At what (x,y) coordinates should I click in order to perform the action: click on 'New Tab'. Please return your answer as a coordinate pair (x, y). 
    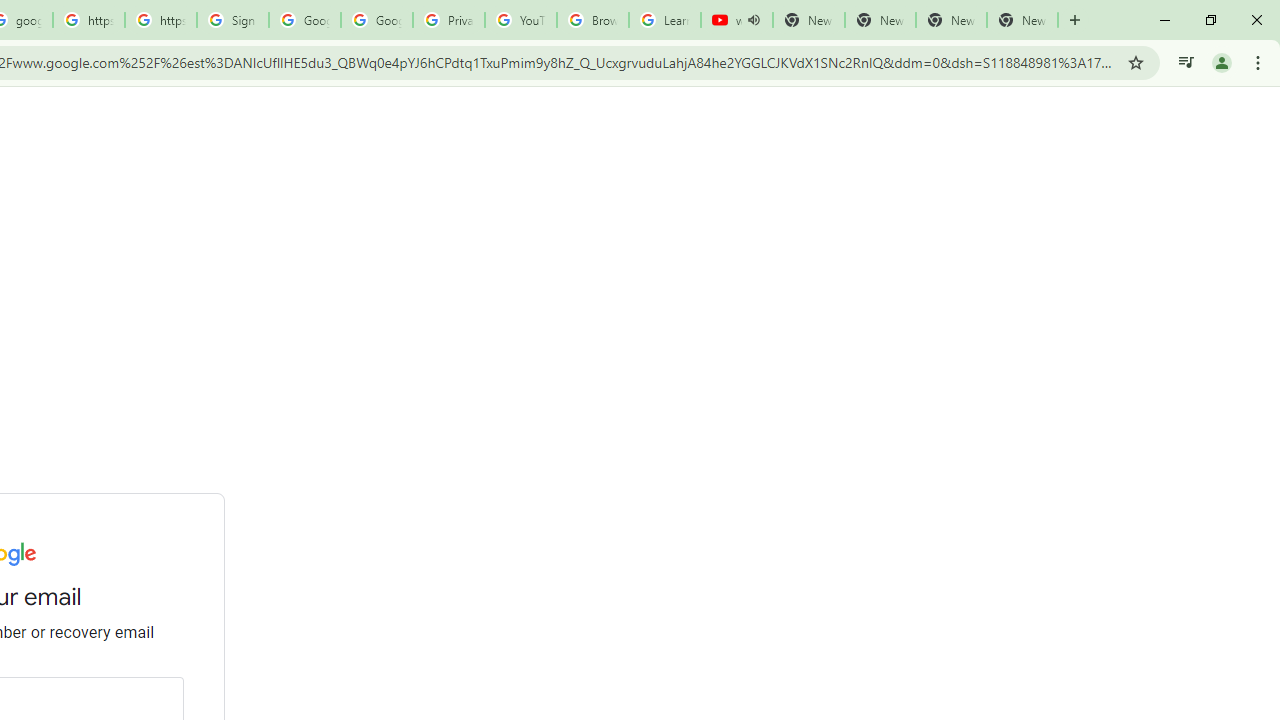
    Looking at the image, I should click on (1022, 20).